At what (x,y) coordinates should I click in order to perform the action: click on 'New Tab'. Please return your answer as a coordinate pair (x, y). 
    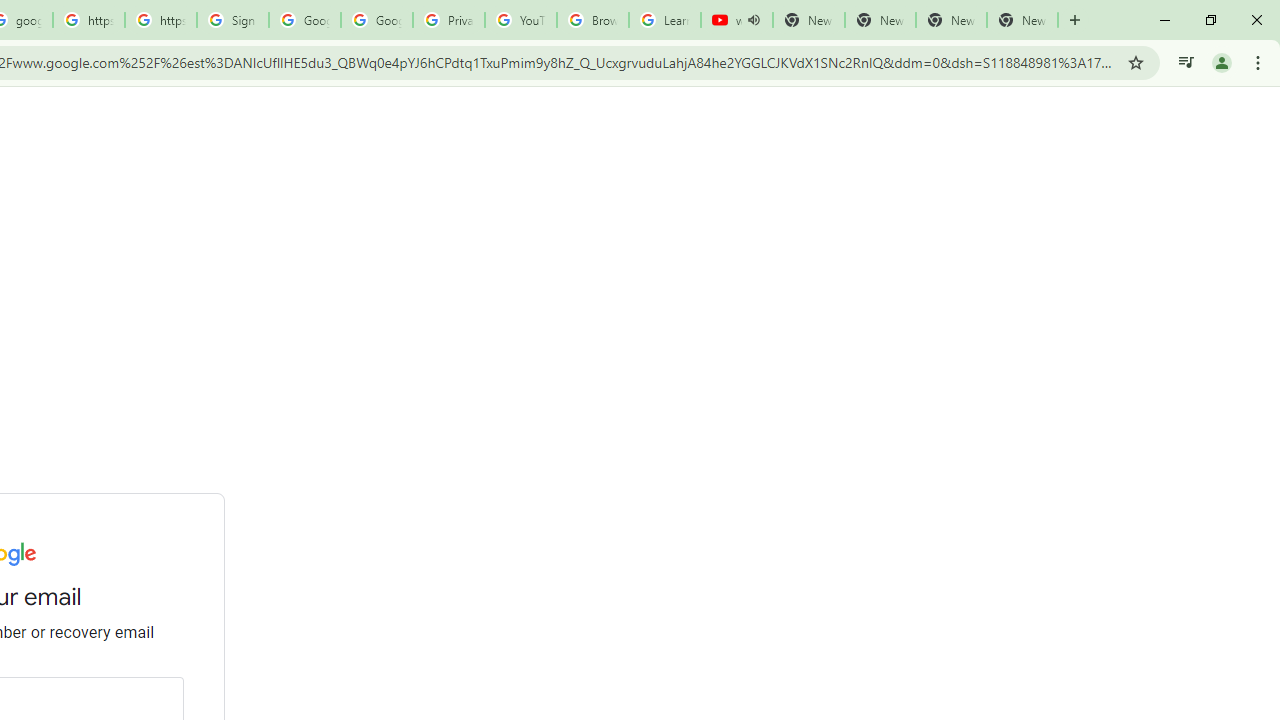
    Looking at the image, I should click on (1022, 20).